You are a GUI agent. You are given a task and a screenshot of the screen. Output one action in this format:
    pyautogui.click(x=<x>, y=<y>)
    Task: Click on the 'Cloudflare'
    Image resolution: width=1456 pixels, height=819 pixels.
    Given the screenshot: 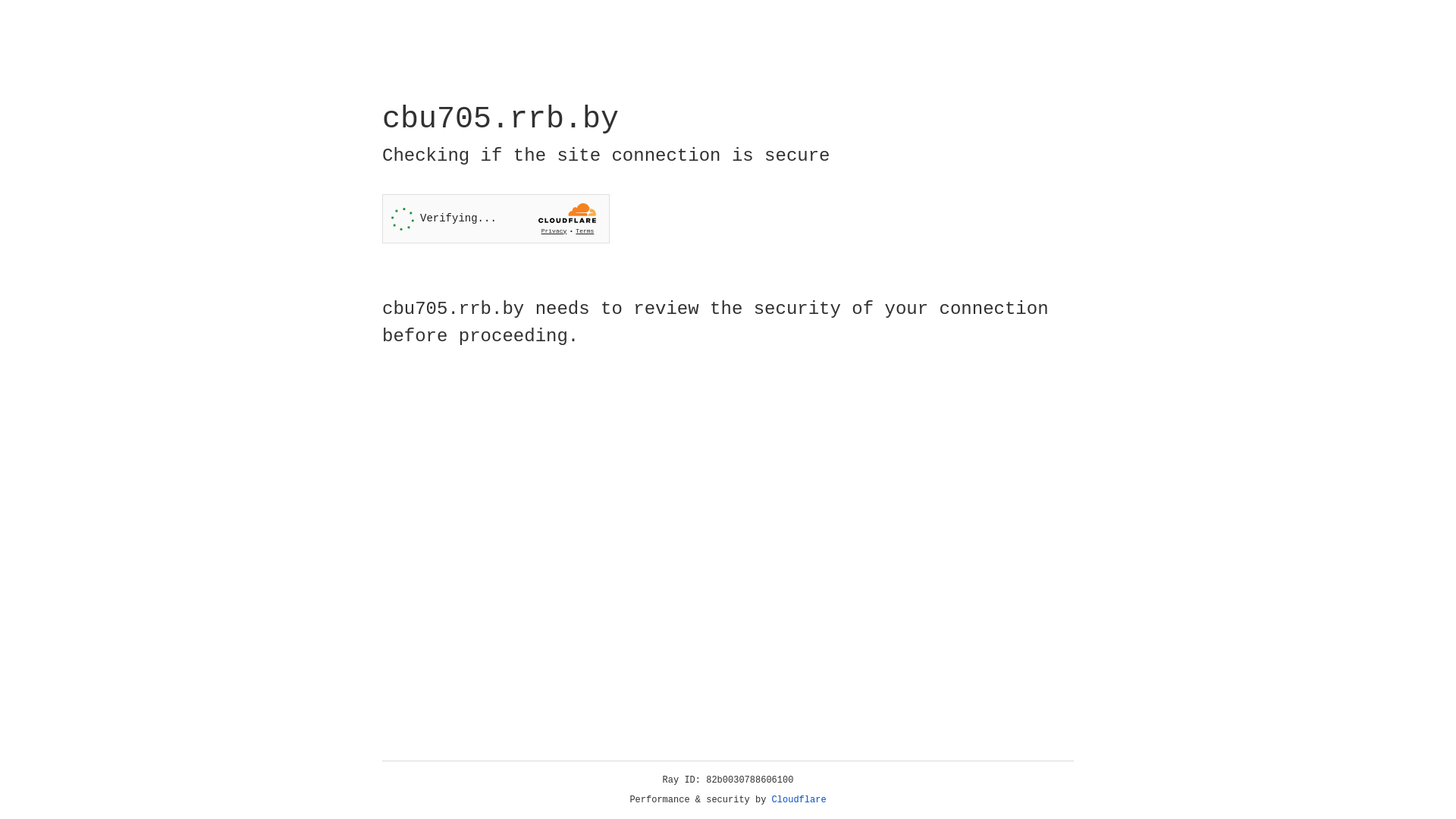 What is the action you would take?
    pyautogui.click(x=799, y=799)
    